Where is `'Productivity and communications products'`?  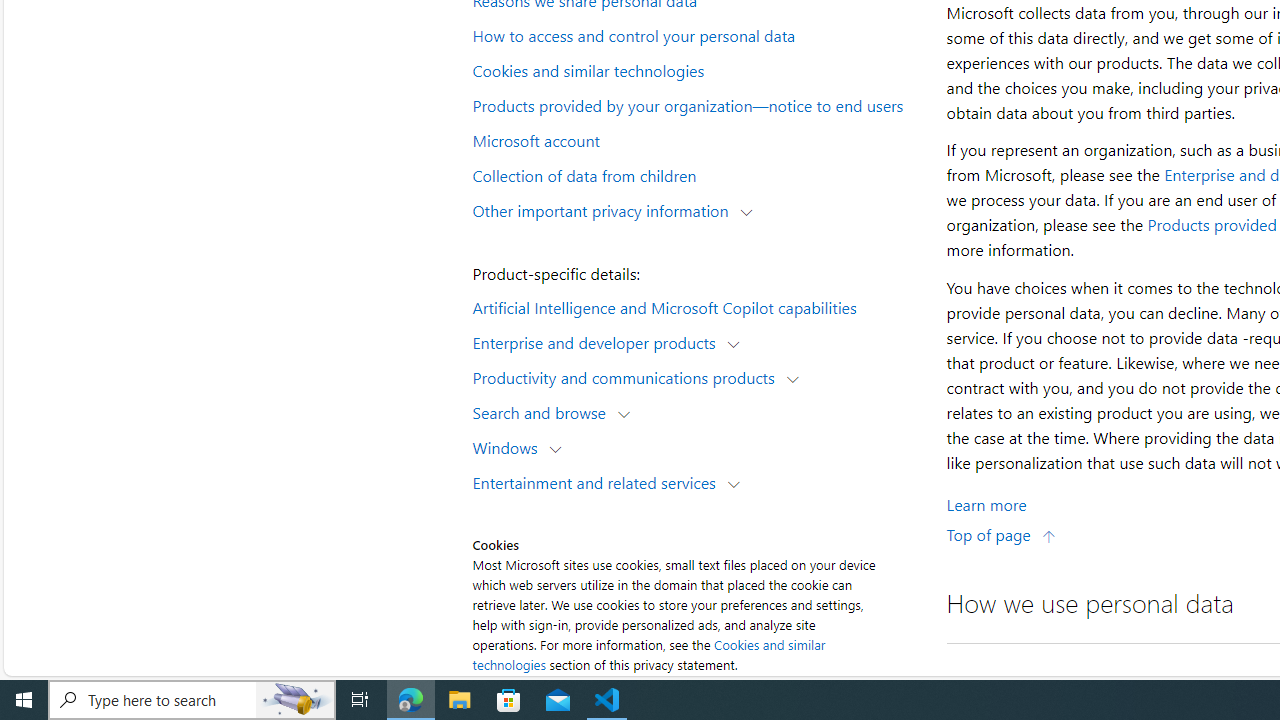 'Productivity and communications products' is located at coordinates (627, 376).